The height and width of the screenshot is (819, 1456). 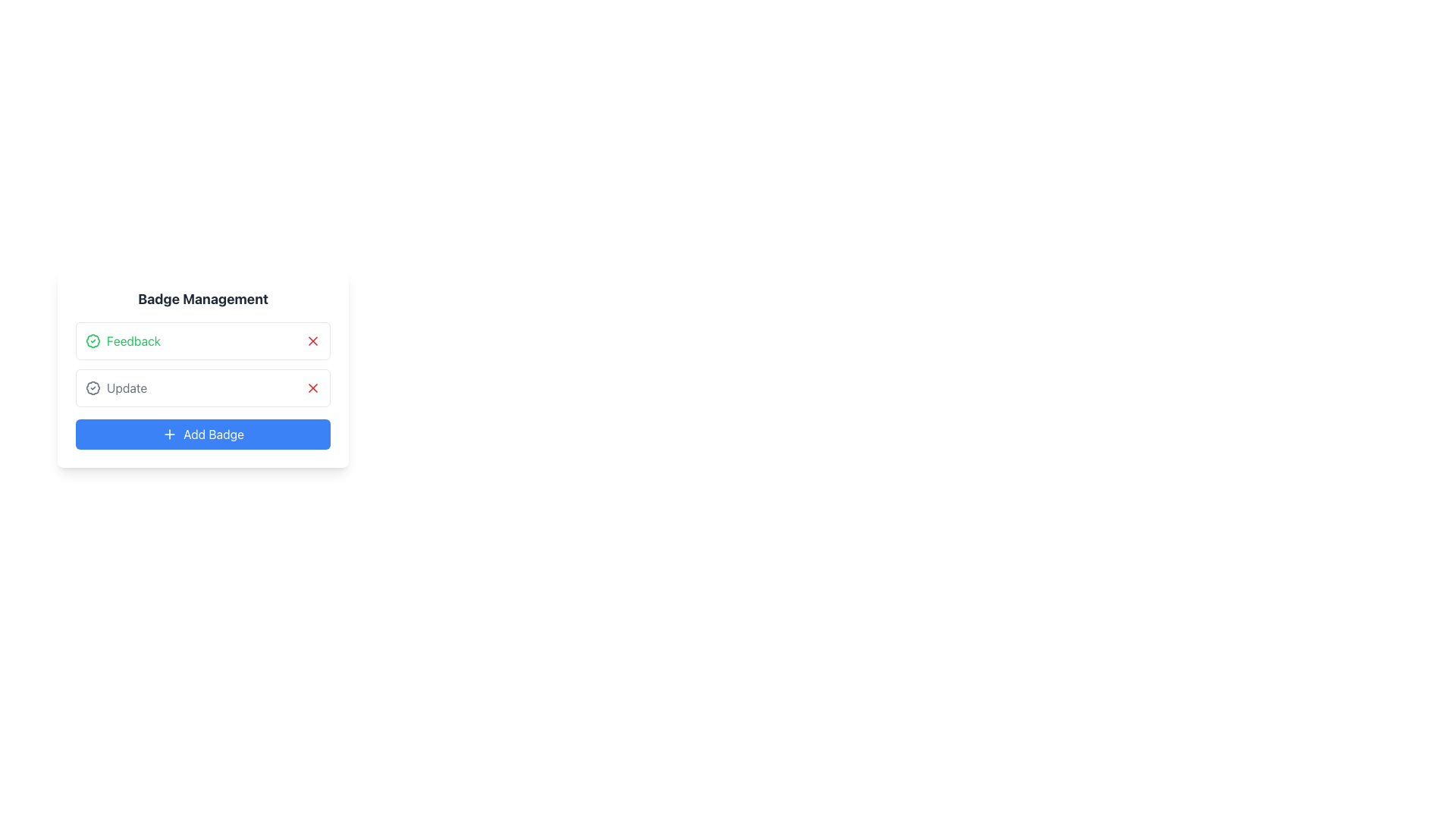 I want to click on the green-colored 'Feedback' label with a badge icon that contains a checkmark, located in the upper half of the 'Badge Management' section as the first item in a vertical list, so click(x=123, y=341).